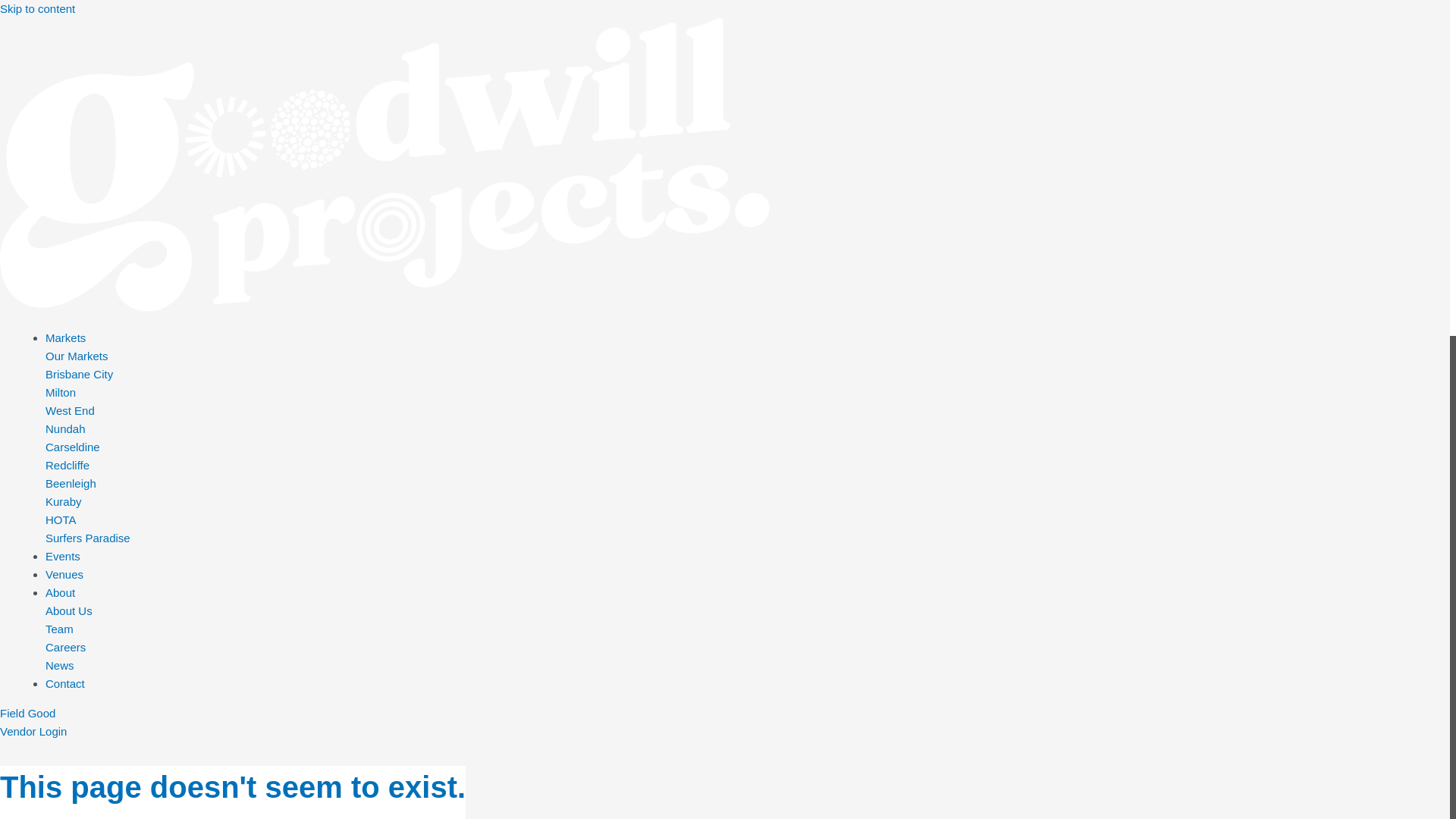 The image size is (1456, 819). Describe the element at coordinates (45, 629) in the screenshot. I see `'Team'` at that location.